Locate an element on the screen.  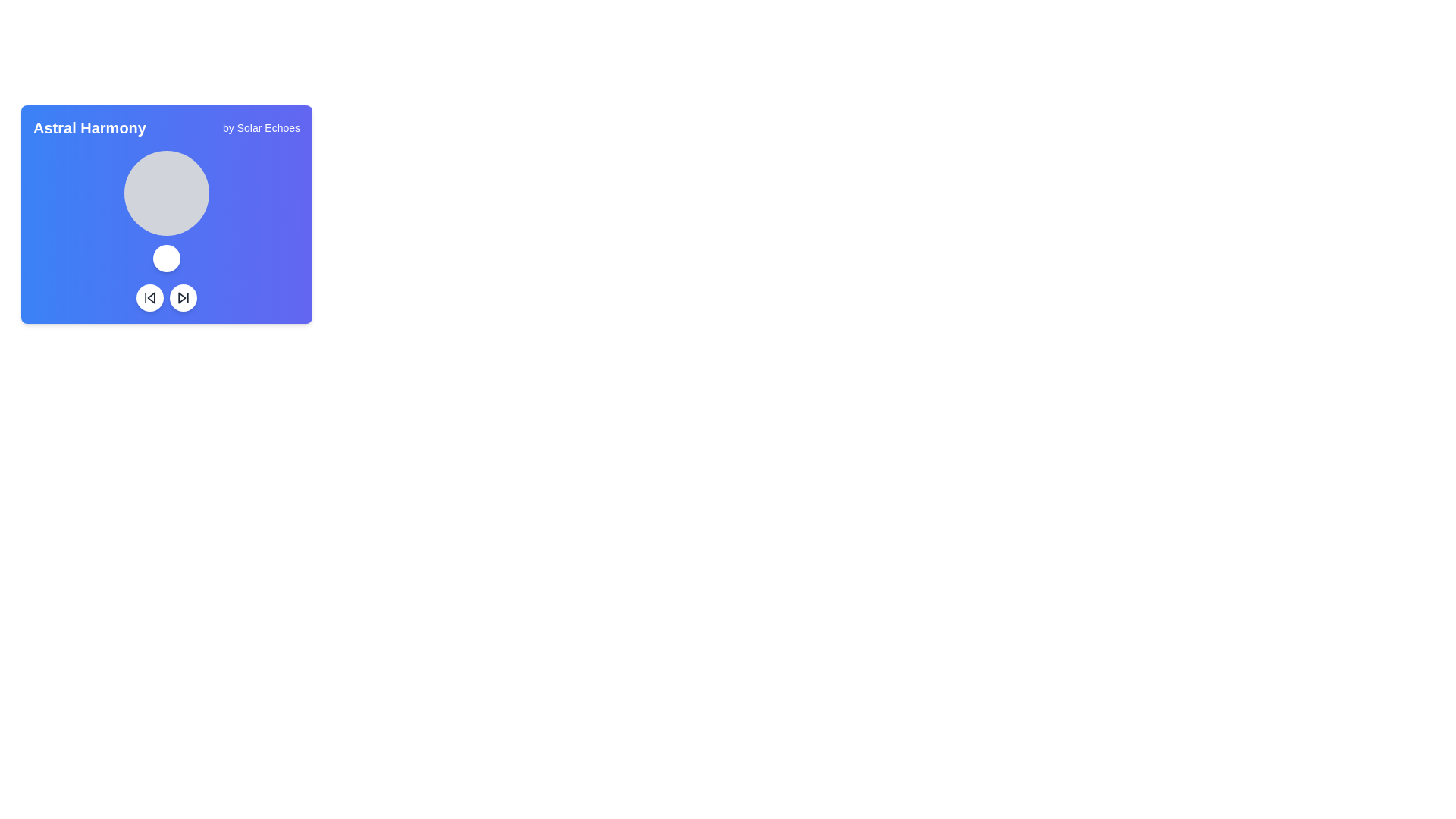
the bolded text label reading 'Astral Harmony', which is prominently positioned on the left at the top of a card-like structure with a gradient background is located at coordinates (89, 127).